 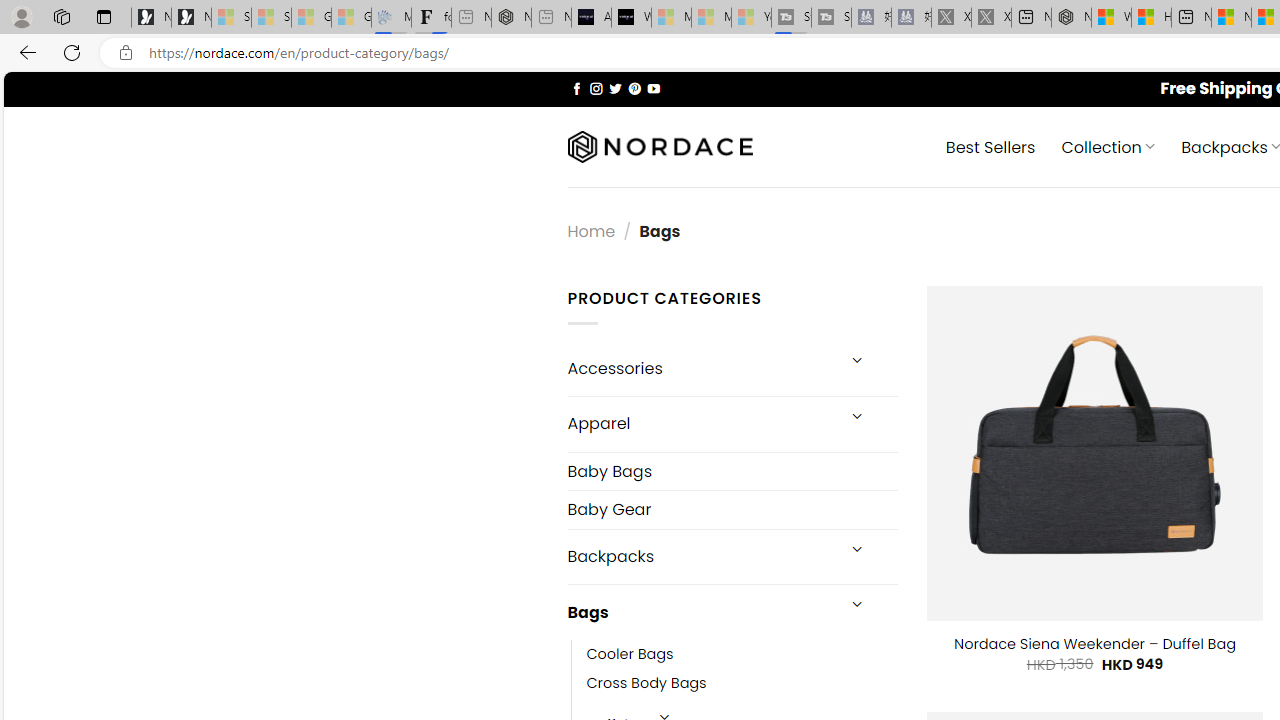 What do you see at coordinates (990, 145) in the screenshot?
I see `'  Best Sellers'` at bounding box center [990, 145].